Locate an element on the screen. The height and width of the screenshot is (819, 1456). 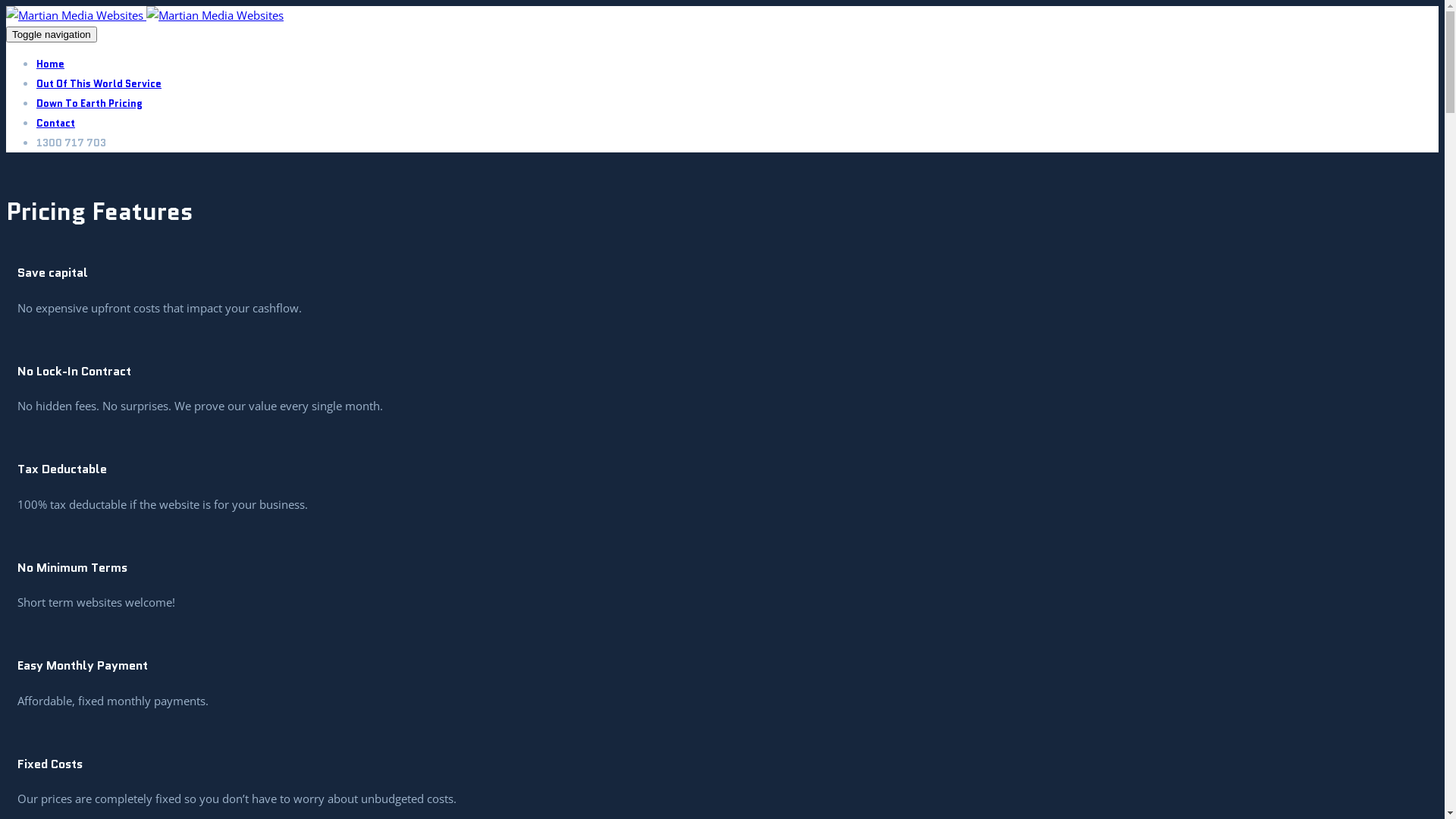
'Contact' is located at coordinates (55, 122).